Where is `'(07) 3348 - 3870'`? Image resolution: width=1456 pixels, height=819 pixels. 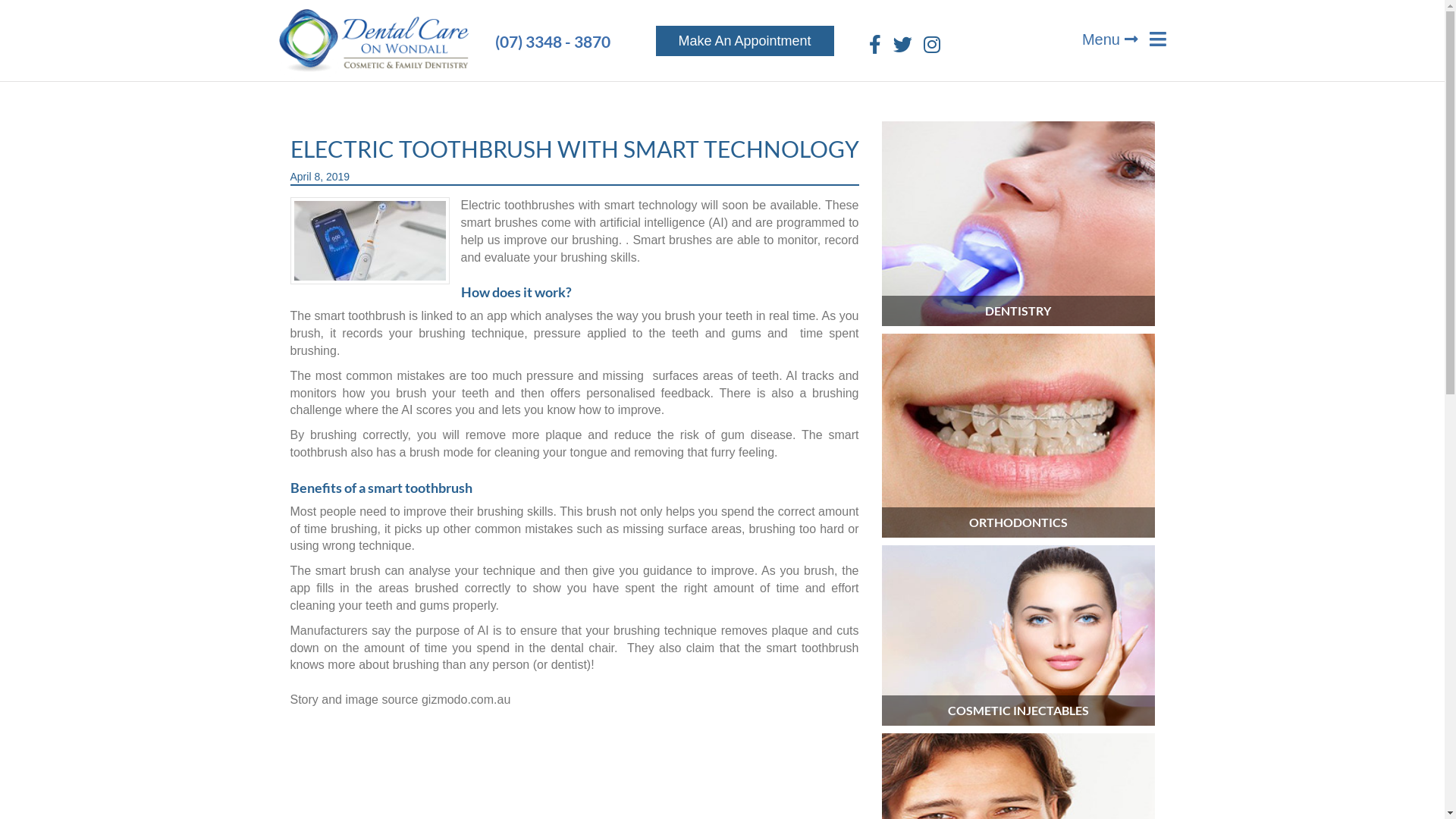
'(07) 3348 - 3870' is located at coordinates (551, 40).